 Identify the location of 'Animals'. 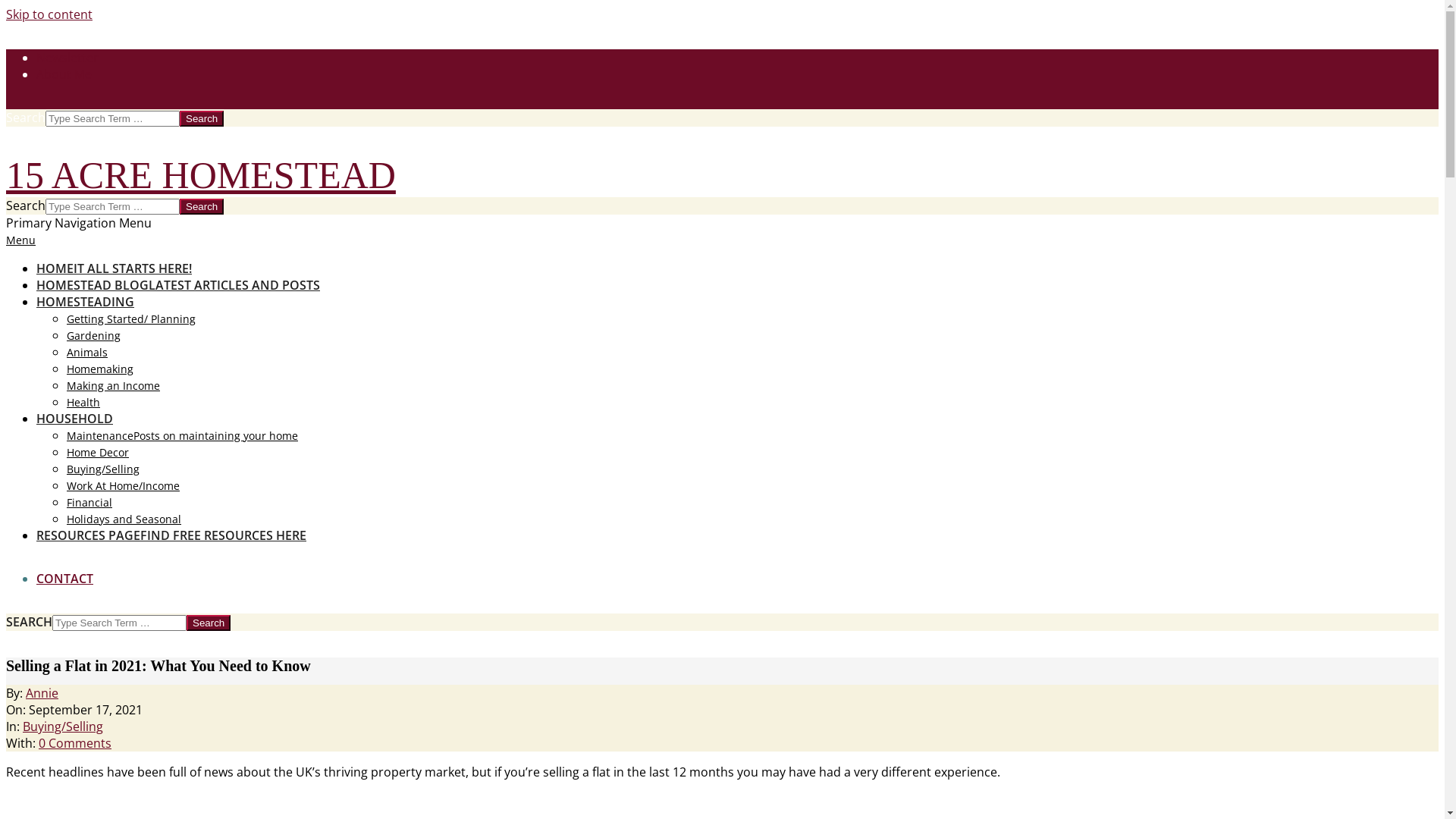
(86, 352).